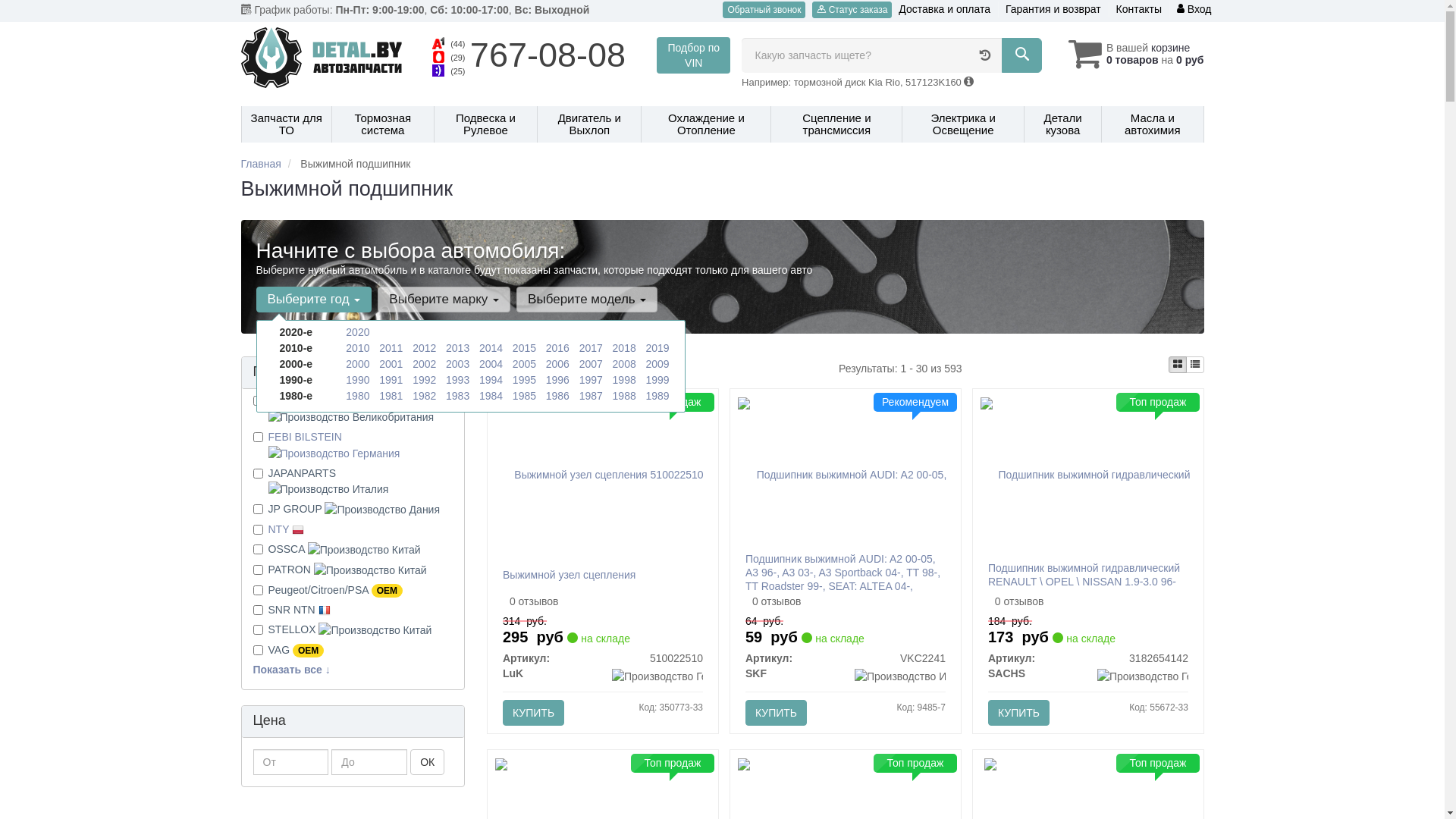 The width and height of the screenshot is (1456, 819). What do you see at coordinates (590, 379) in the screenshot?
I see `'1997'` at bounding box center [590, 379].